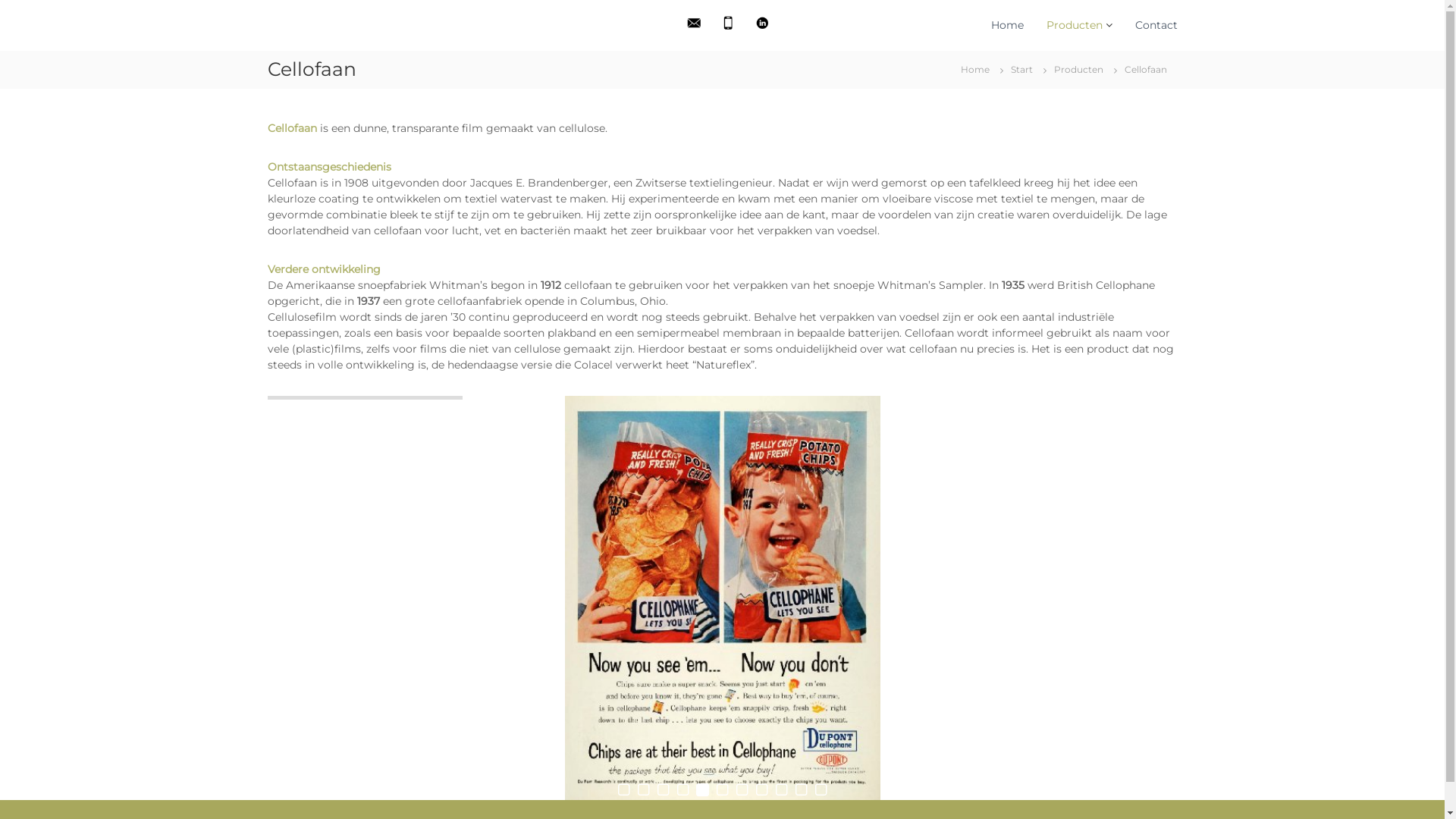 This screenshot has height=819, width=1456. I want to click on 'Stuur ons een e-mail', so click(693, 23).